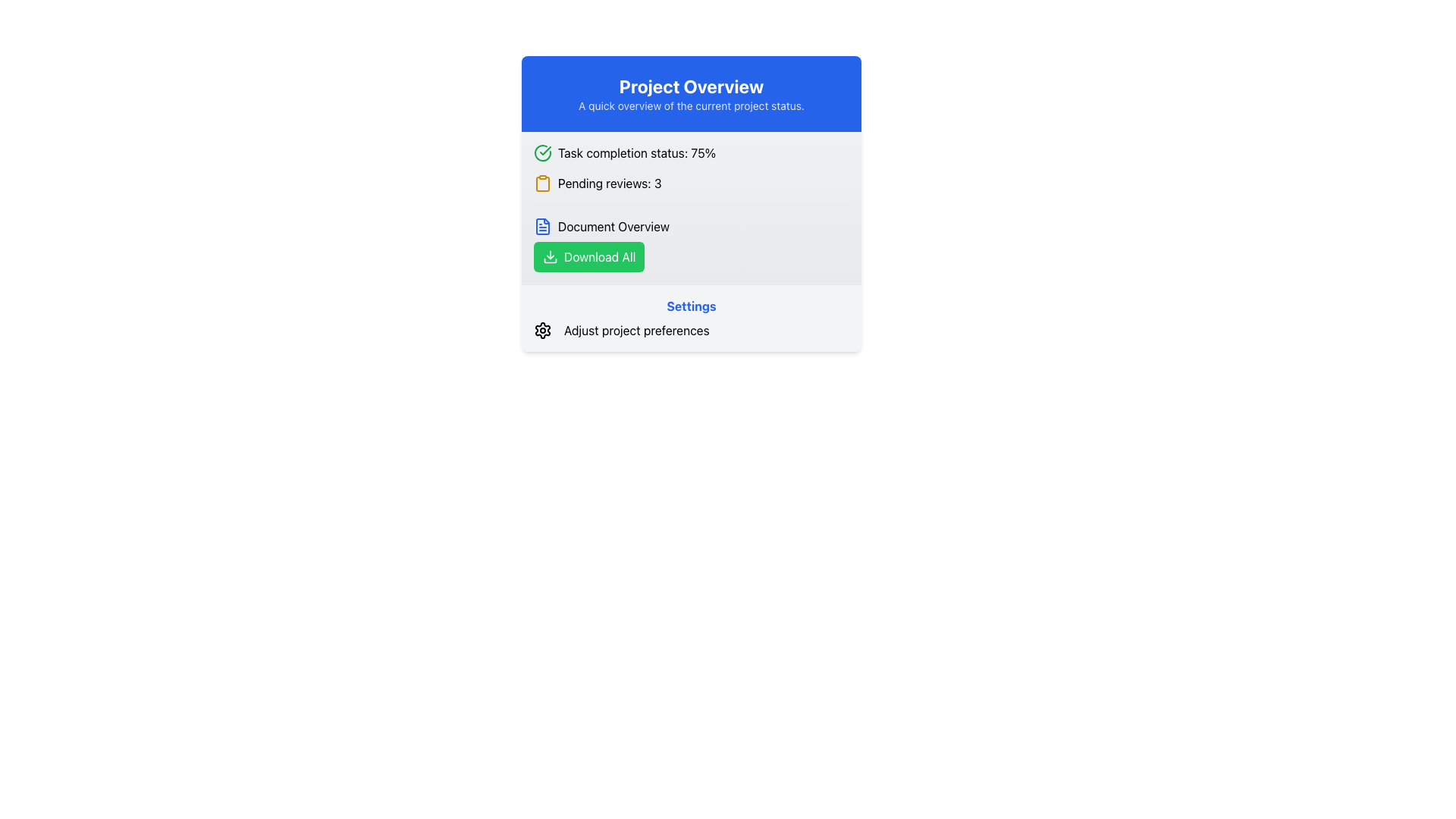 This screenshot has width=1456, height=819. What do you see at coordinates (542, 227) in the screenshot?
I see `the blue outlined document icon located in the 'Project Overview' section, to the left of the 'Document Overview' text` at bounding box center [542, 227].